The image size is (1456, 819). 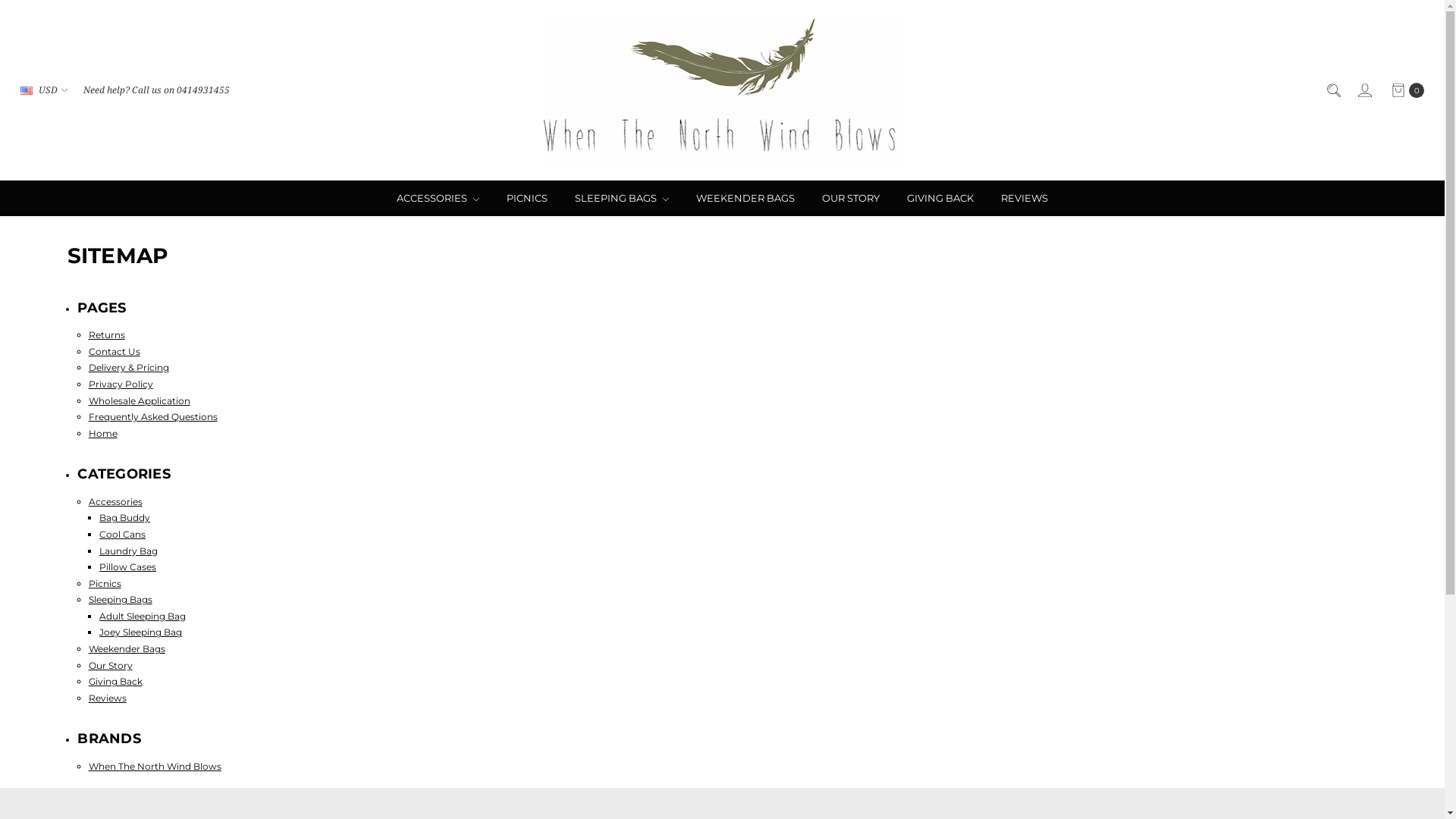 What do you see at coordinates (807, 197) in the screenshot?
I see `'OUR STORY'` at bounding box center [807, 197].